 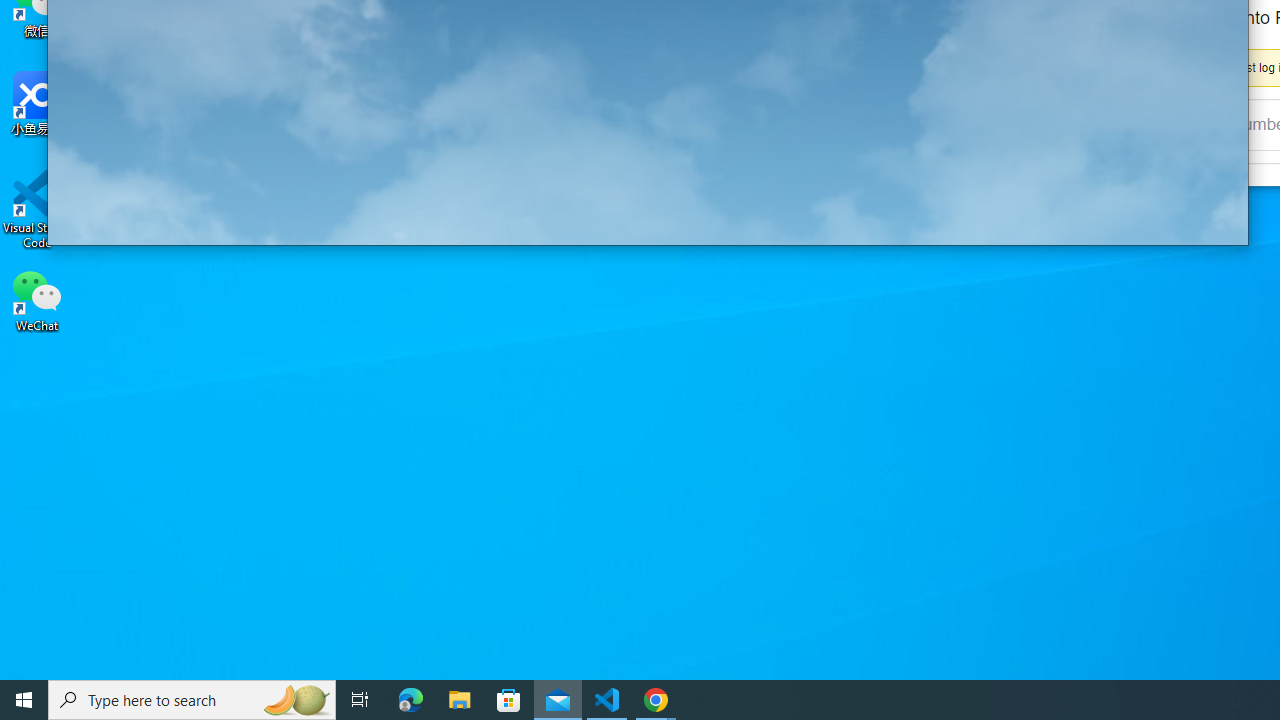 I want to click on 'Search highlights icon opens search home window', so click(x=294, y=698).